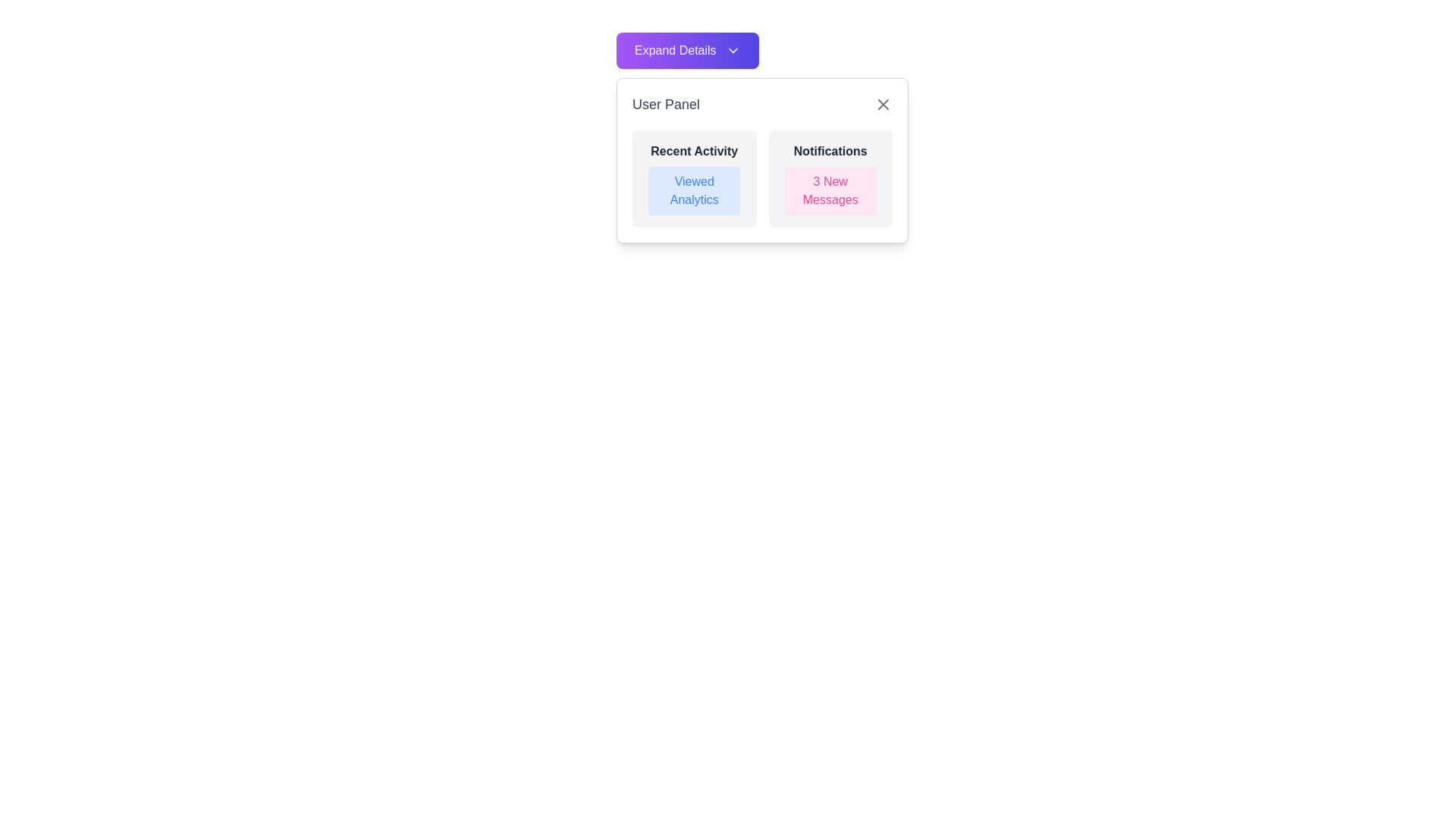 Image resolution: width=1456 pixels, height=819 pixels. Describe the element at coordinates (883, 104) in the screenshot. I see `the small diagonal cross graphical icon located at the top-right corner of the User Panel card` at that location.